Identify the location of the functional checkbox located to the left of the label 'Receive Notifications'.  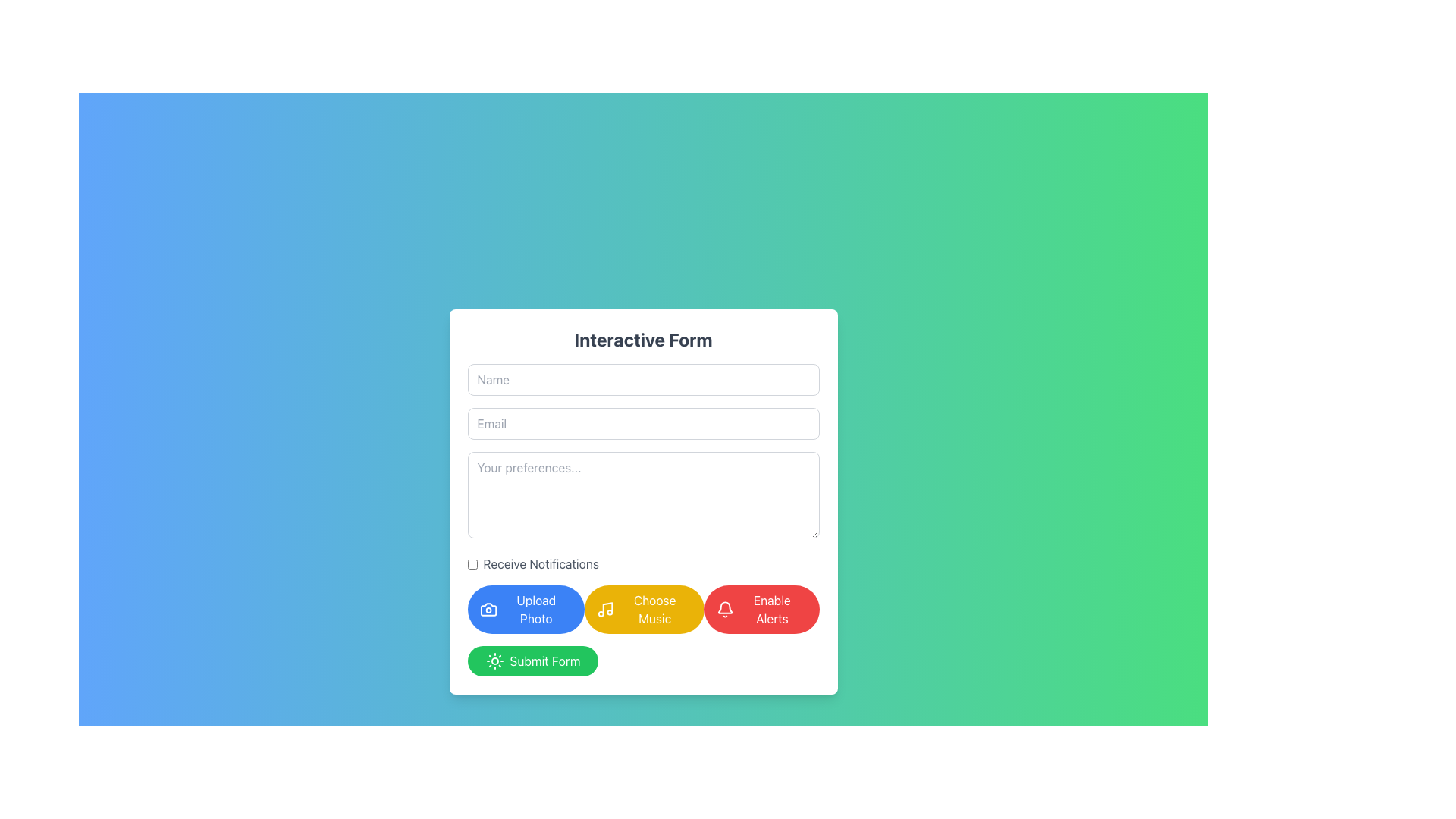
(472, 564).